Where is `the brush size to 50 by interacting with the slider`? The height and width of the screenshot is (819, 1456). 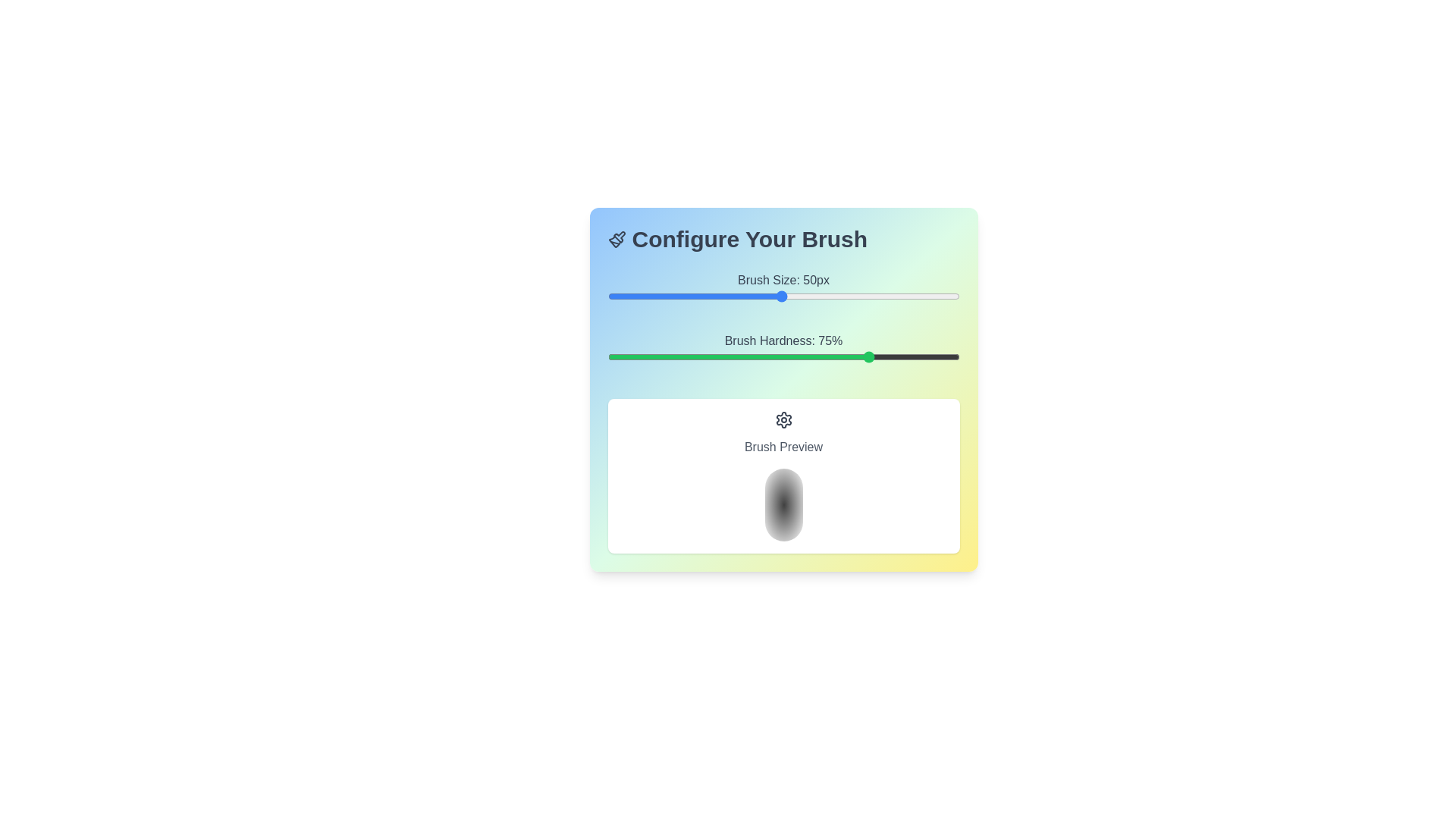 the brush size to 50 by interacting with the slider is located at coordinates (782, 296).